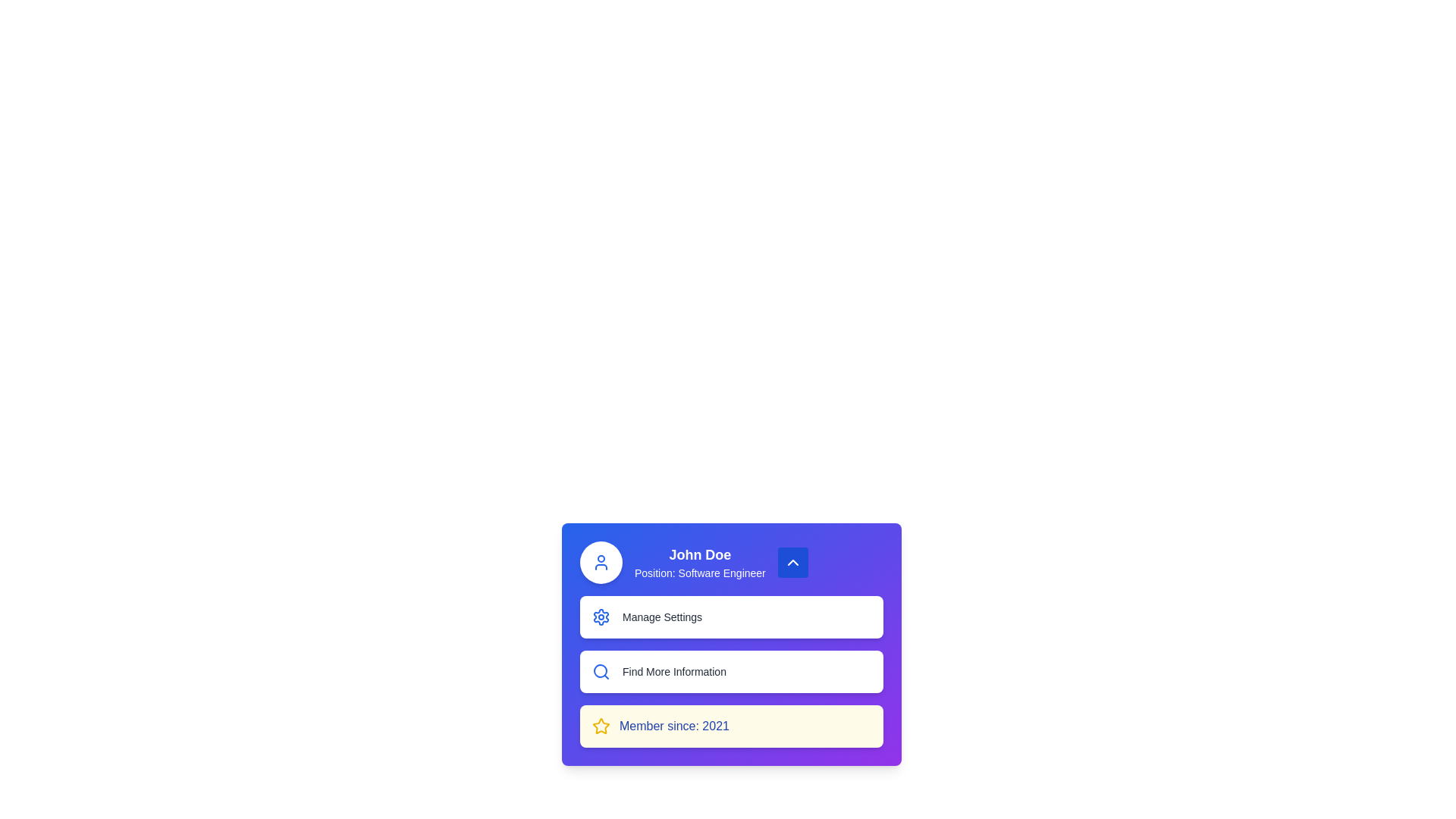  What do you see at coordinates (662, 617) in the screenshot?
I see `the text label located to the right of the gear icon in the vertical menu for managing account or interface settings` at bounding box center [662, 617].